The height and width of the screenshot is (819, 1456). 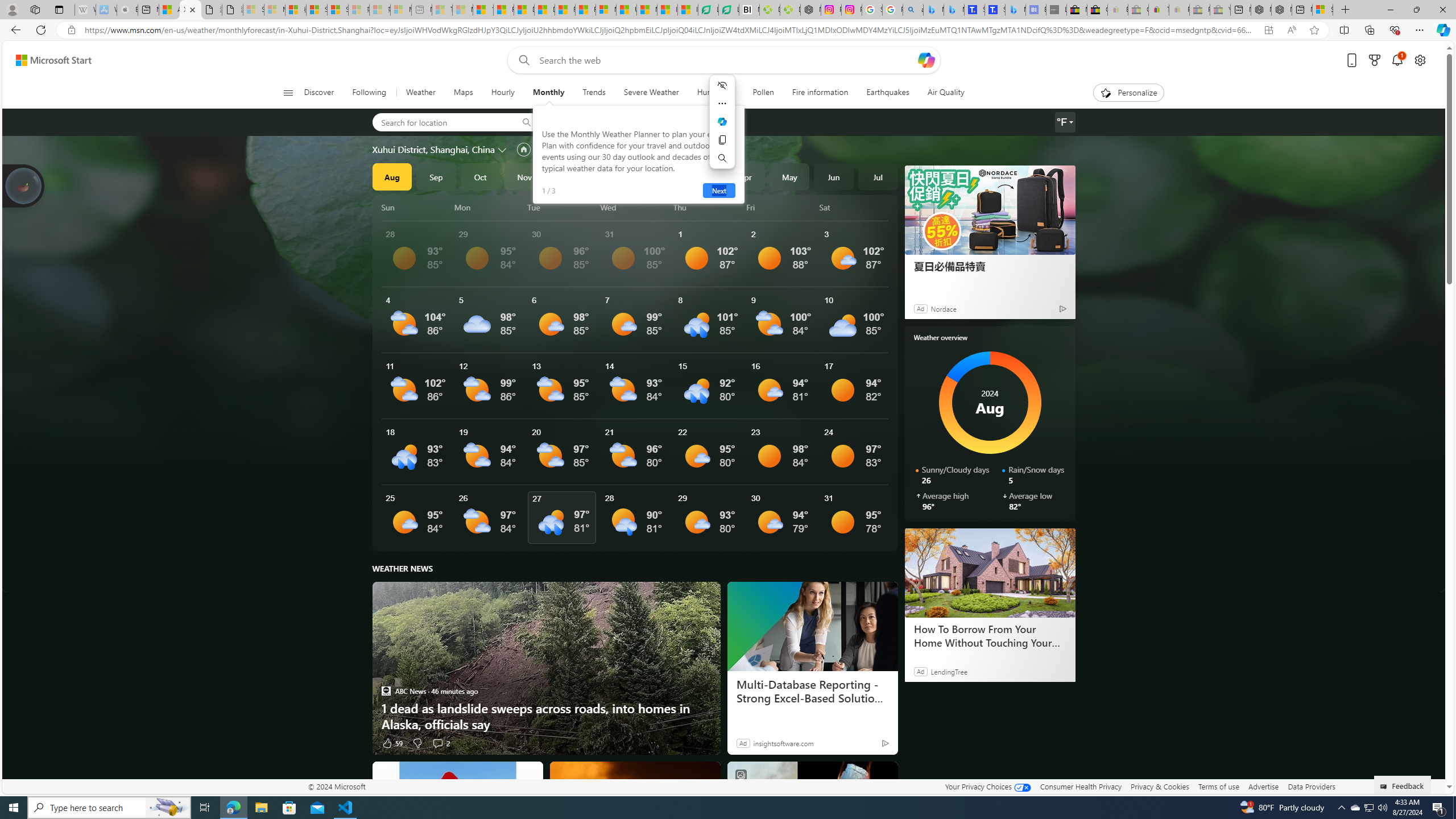 What do you see at coordinates (1374, 60) in the screenshot?
I see `'Microsoft rewards'` at bounding box center [1374, 60].